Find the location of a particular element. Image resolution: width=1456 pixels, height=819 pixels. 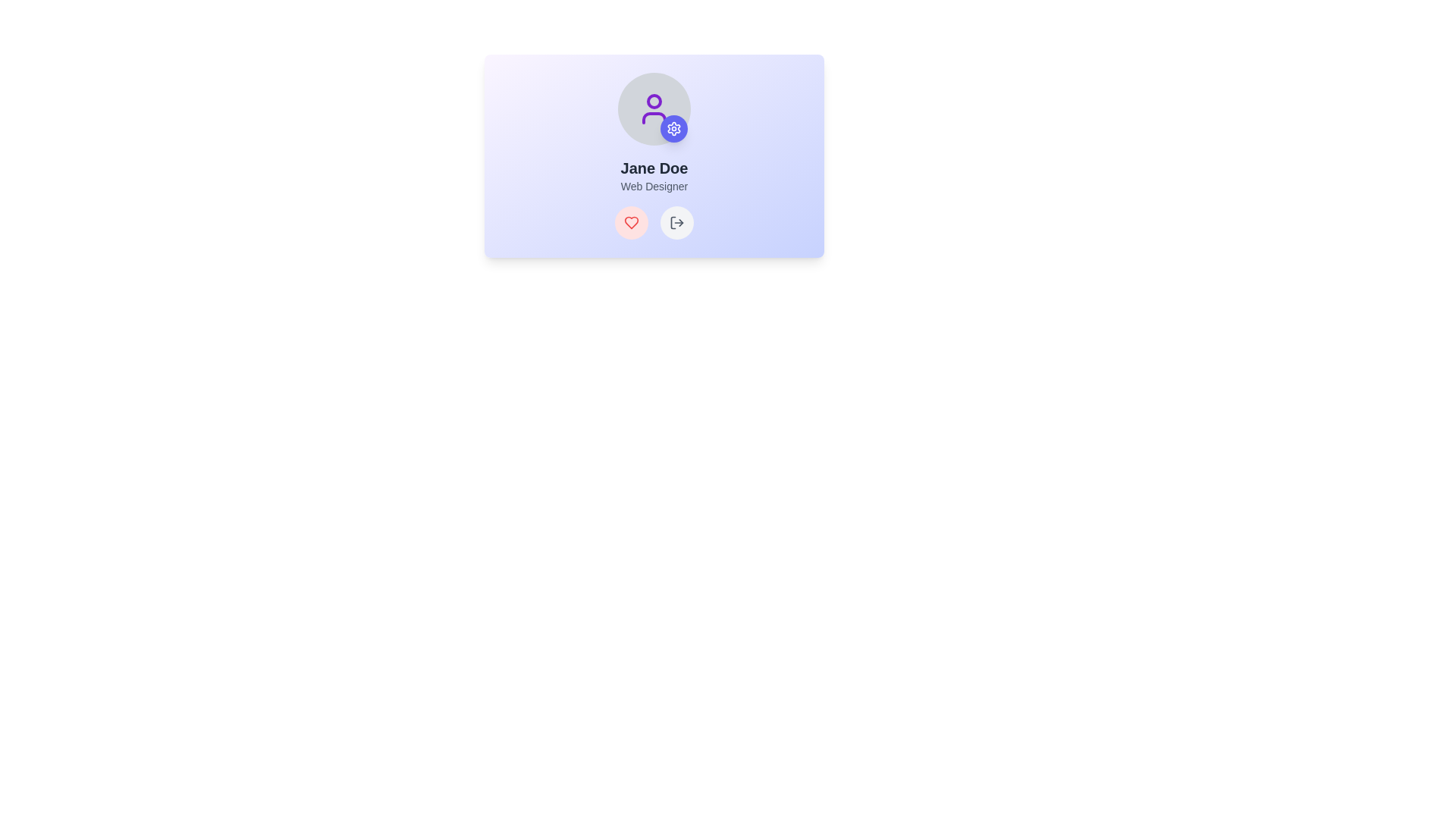

the heart-shaped red icon within the circular button is located at coordinates (632, 222).